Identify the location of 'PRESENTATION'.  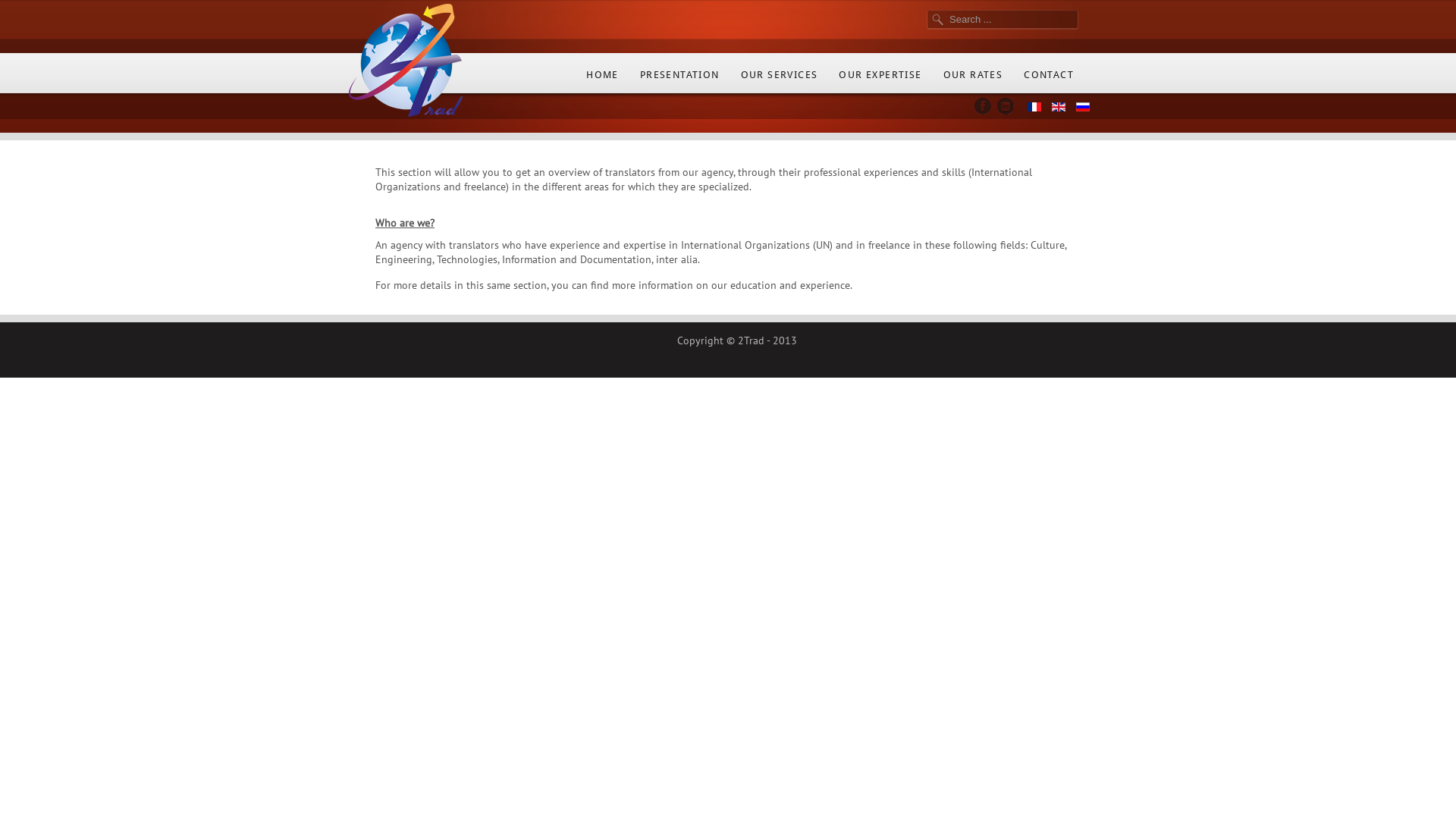
(679, 79).